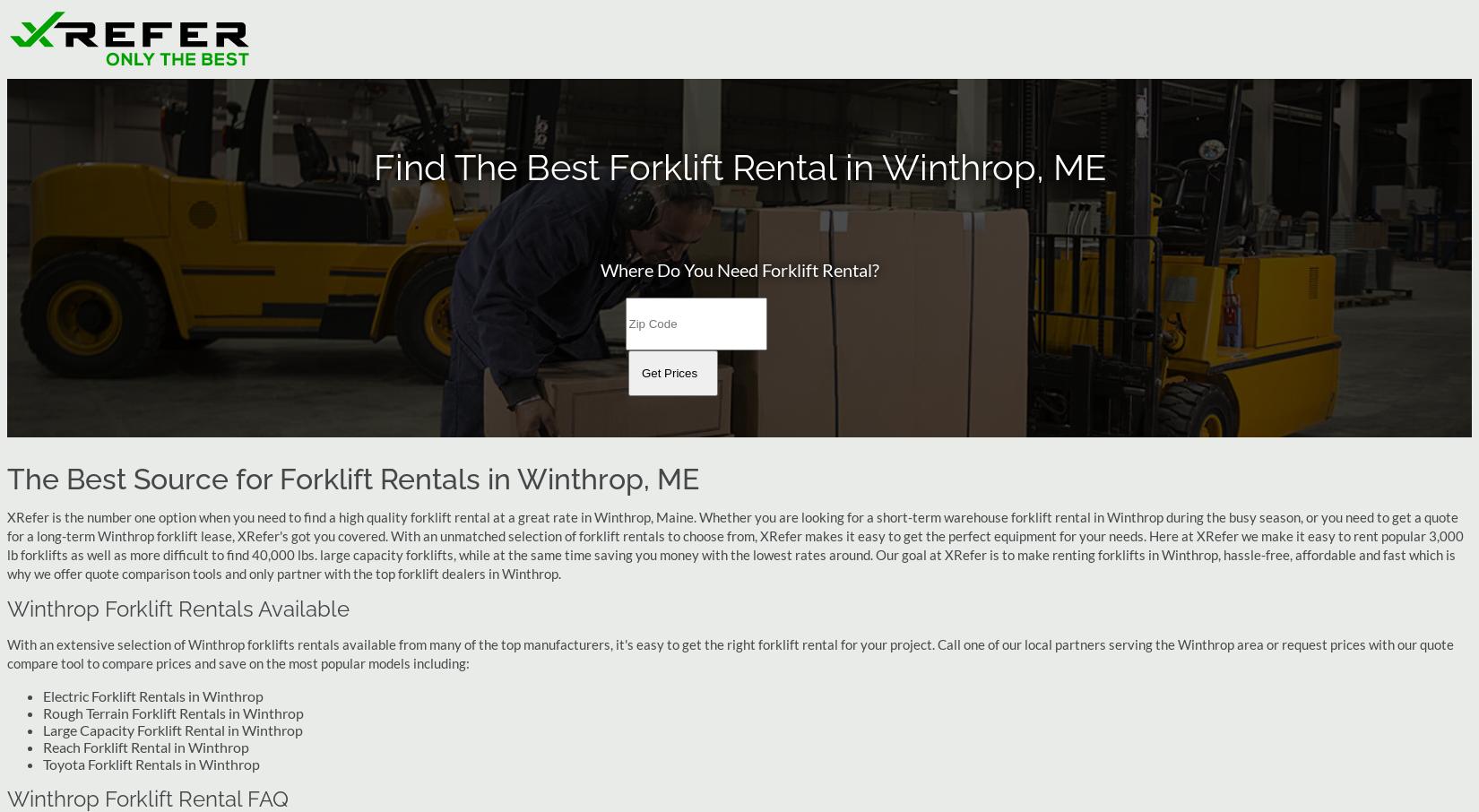 The height and width of the screenshot is (812, 1479). What do you see at coordinates (148, 799) in the screenshot?
I see `'Winthrop Forklift Rental FAQ'` at bounding box center [148, 799].